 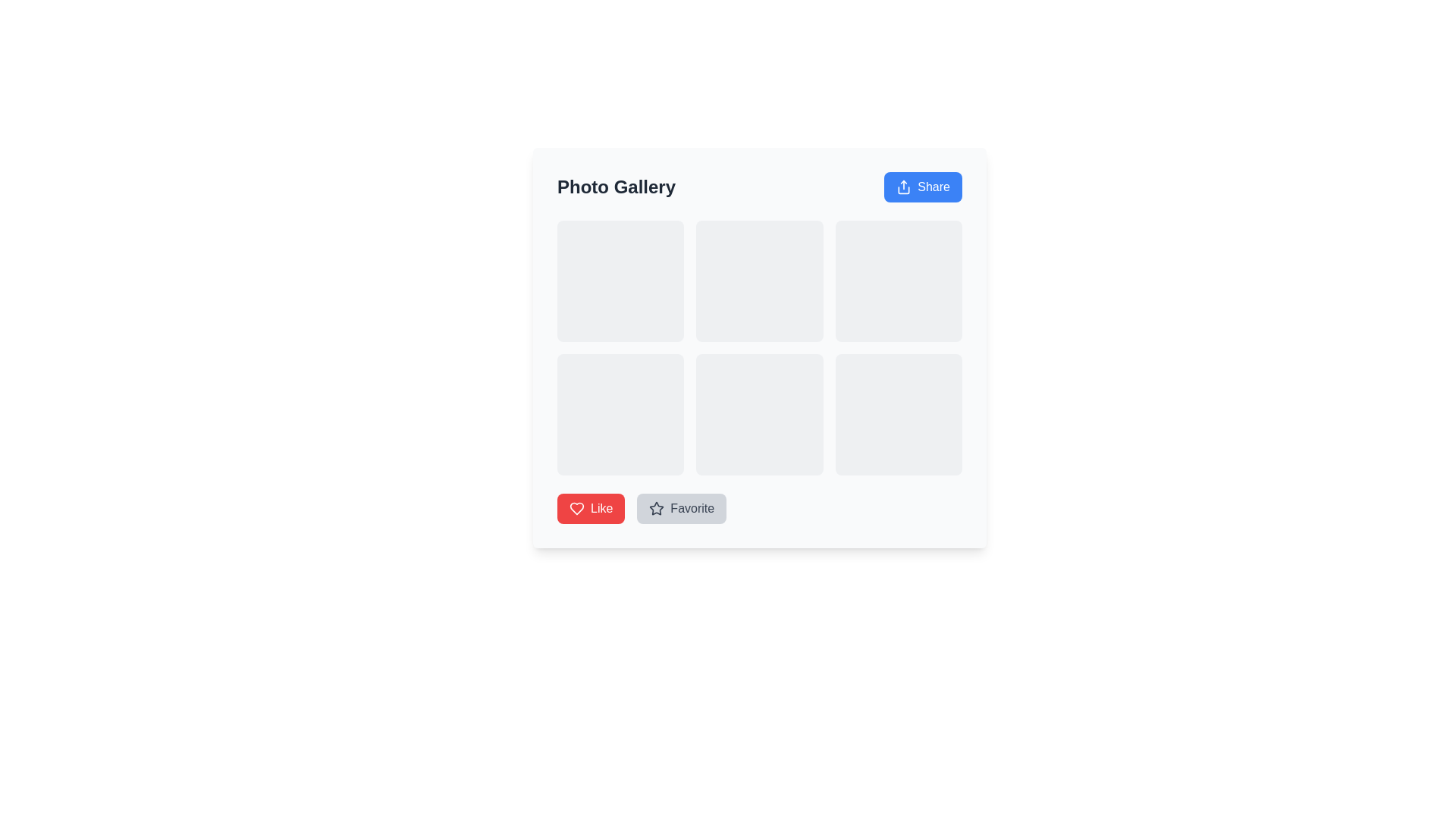 I want to click on the Placeholder element styled as a rectangle with rounded corners and a light gray background, located in the second position of the second row of a 3x2 grid layout, so click(x=760, y=415).